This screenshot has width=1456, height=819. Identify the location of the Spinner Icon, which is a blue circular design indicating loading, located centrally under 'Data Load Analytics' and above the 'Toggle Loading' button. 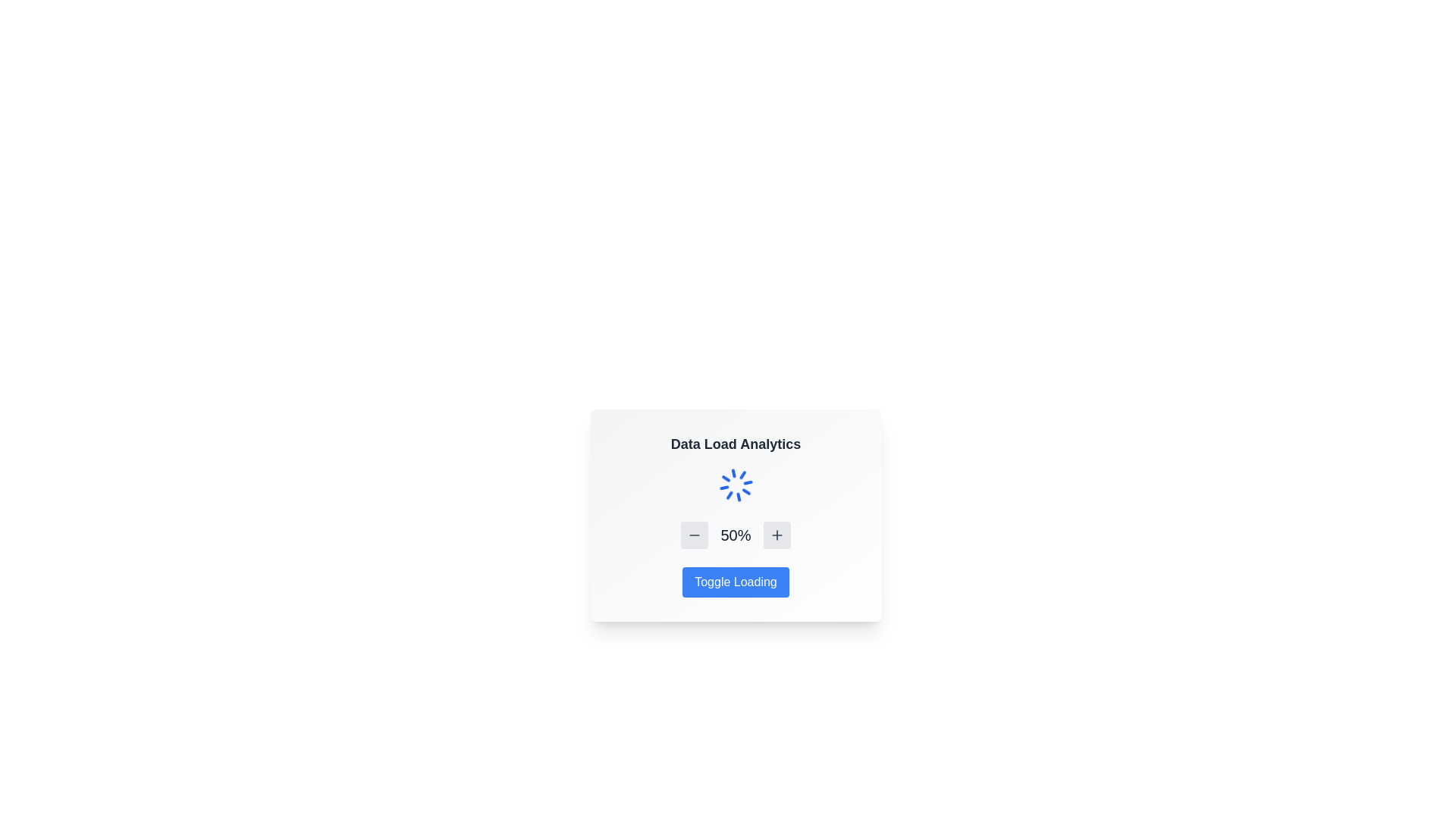
(736, 485).